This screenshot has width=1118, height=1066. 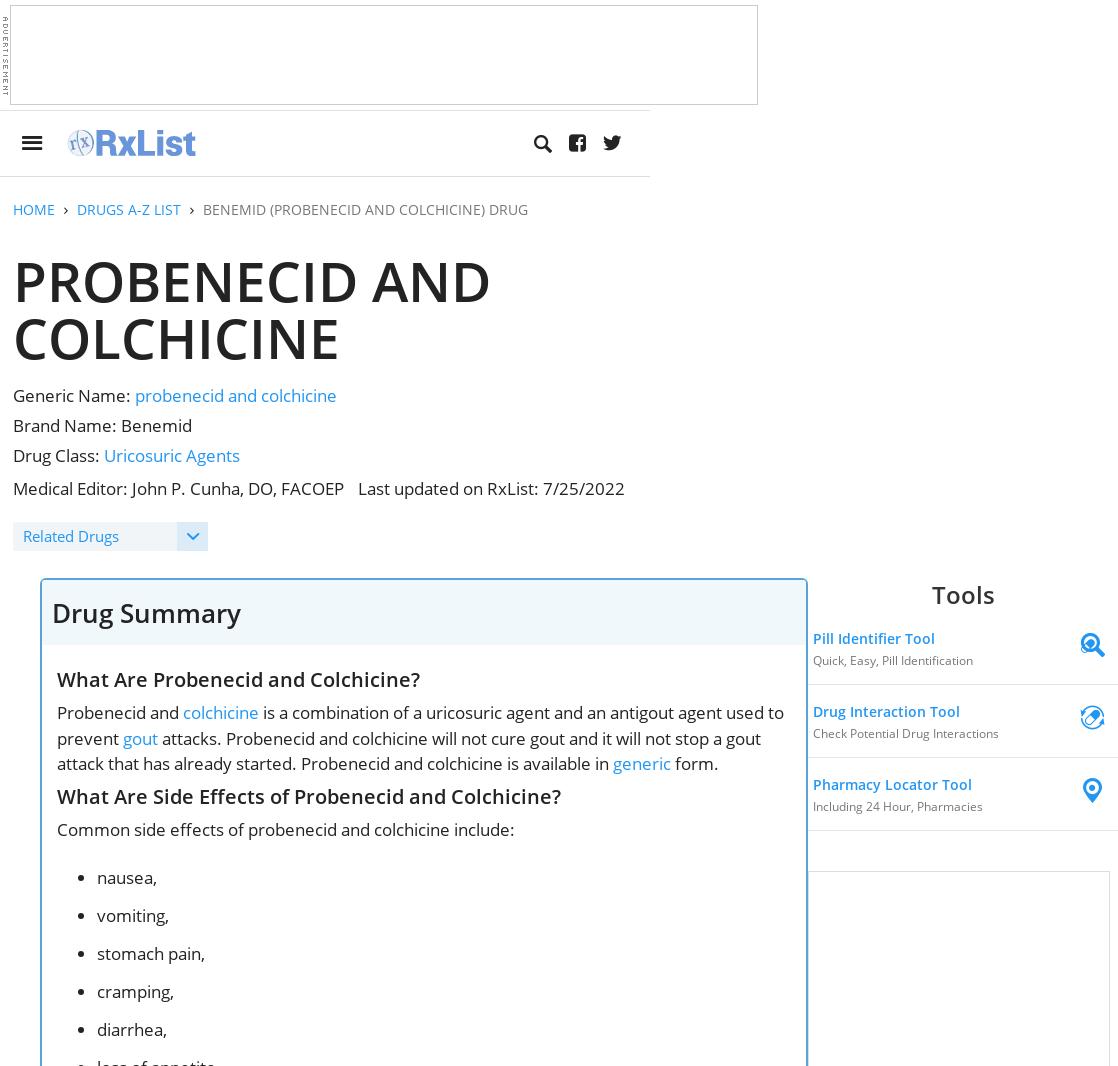 What do you see at coordinates (66, 425) in the screenshot?
I see `'Brand Name:'` at bounding box center [66, 425].